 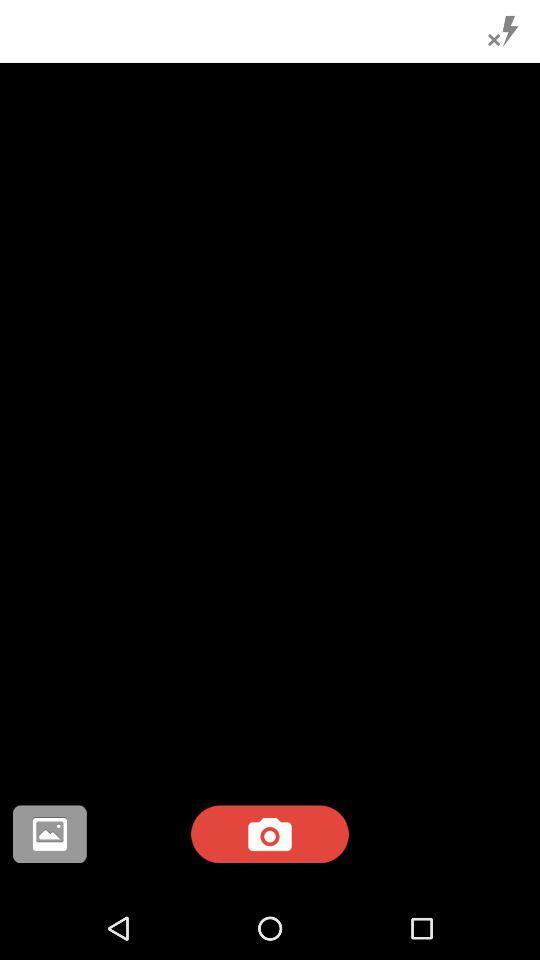 I want to click on the flash icon, so click(x=502, y=30).